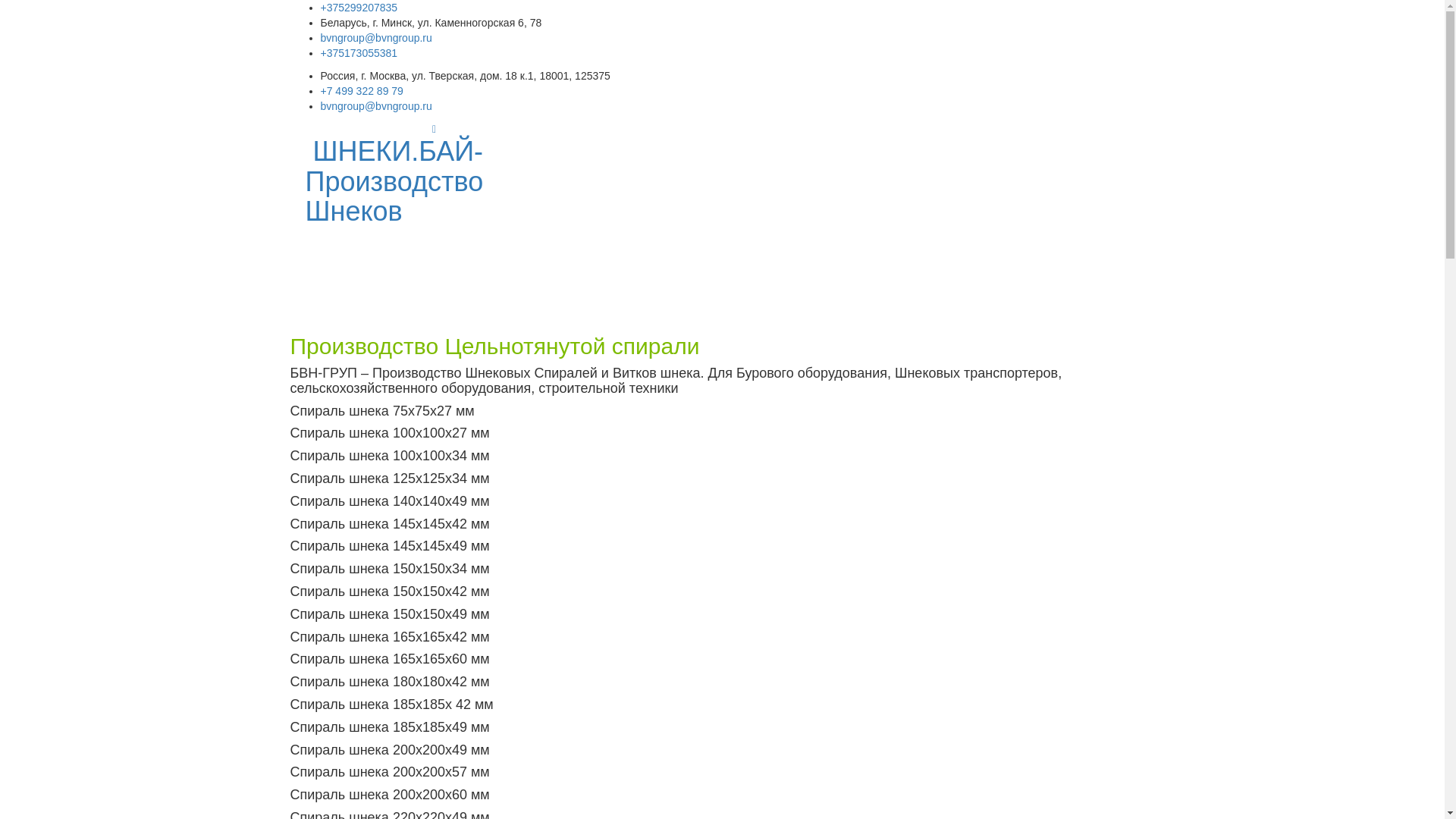  Describe the element at coordinates (375, 105) in the screenshot. I see `'bvngroup@bvngroup.ru'` at that location.